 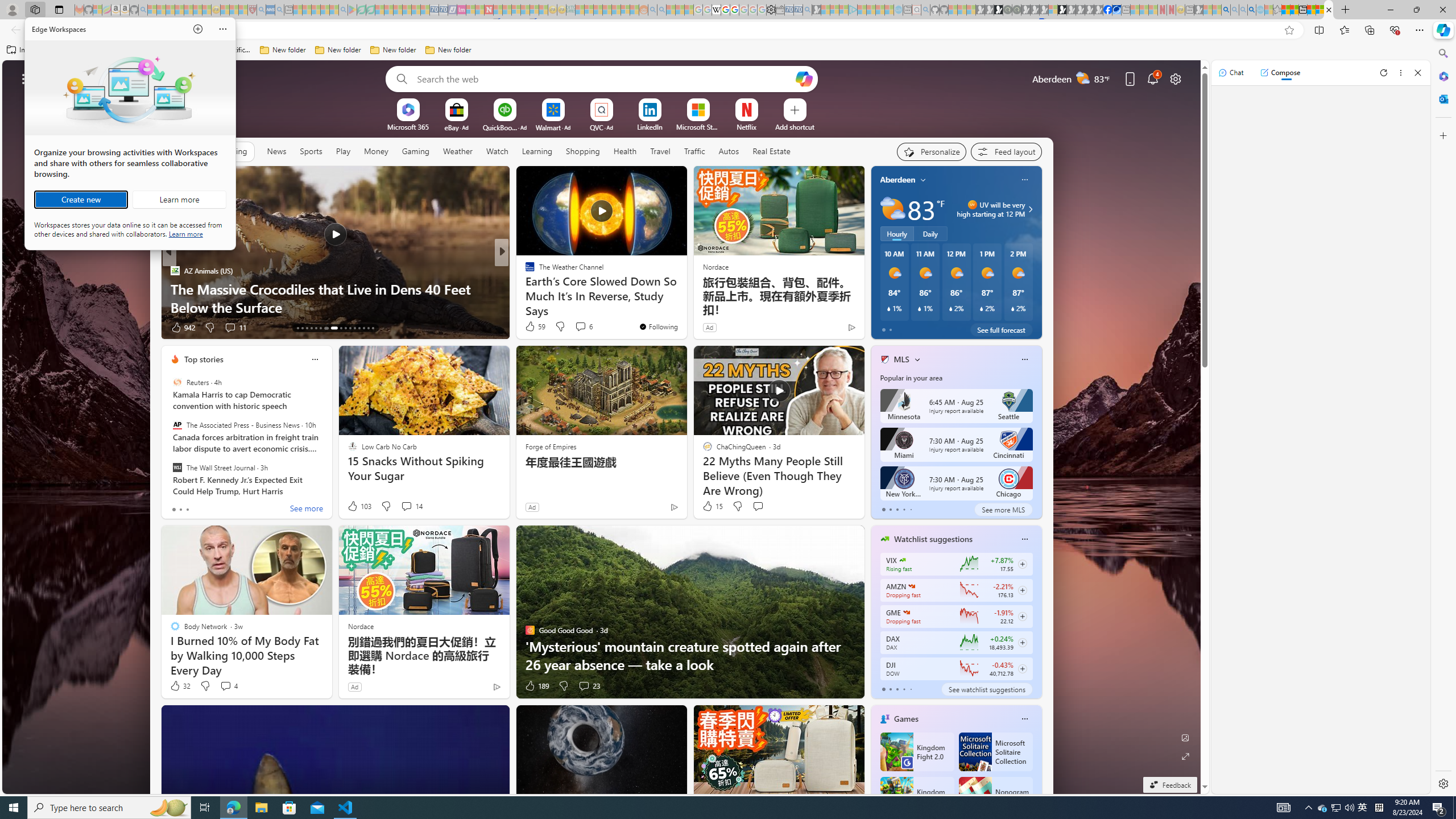 I want to click on '189 Like', so click(x=536, y=686).